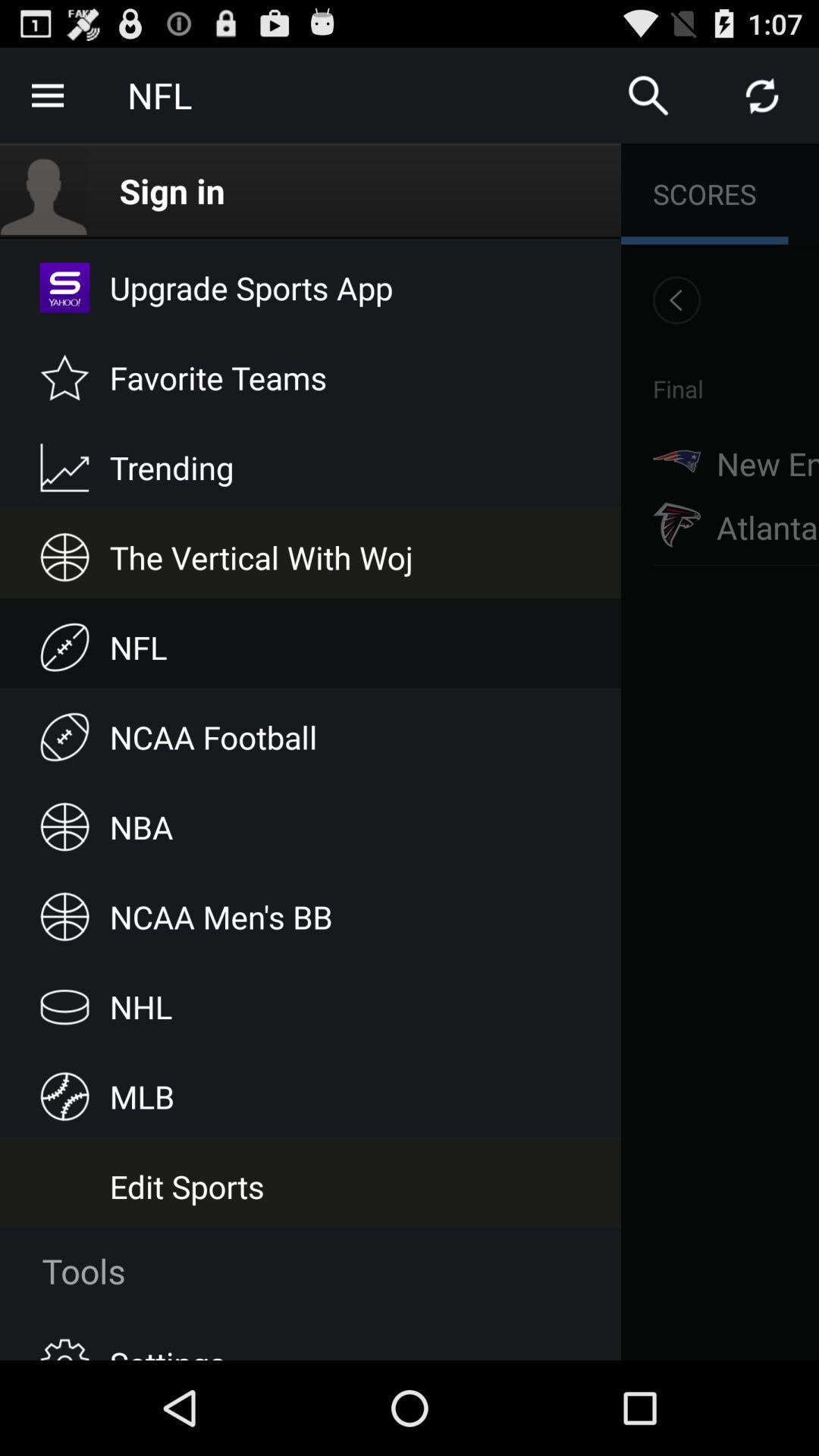 This screenshot has height=1456, width=819. Describe the element at coordinates (762, 101) in the screenshot. I see `the refresh icon` at that location.